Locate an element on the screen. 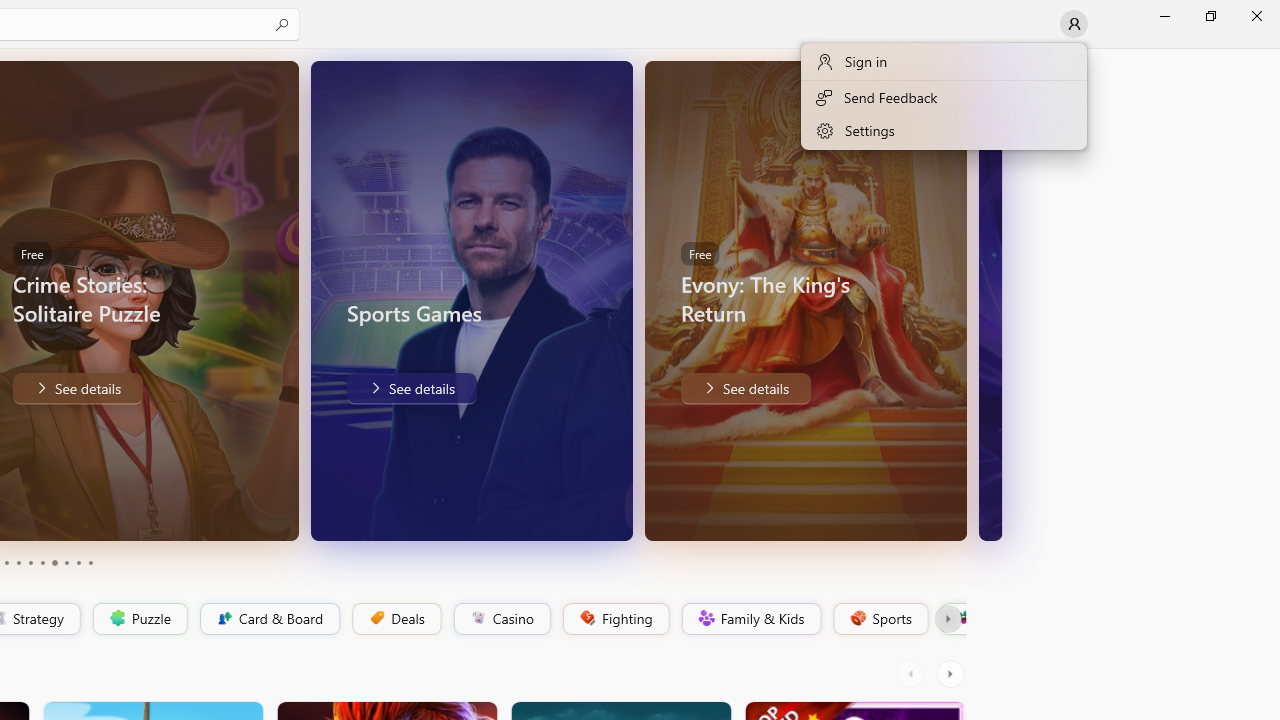 The width and height of the screenshot is (1280, 720). 'Page 8' is located at coordinates (65, 563).